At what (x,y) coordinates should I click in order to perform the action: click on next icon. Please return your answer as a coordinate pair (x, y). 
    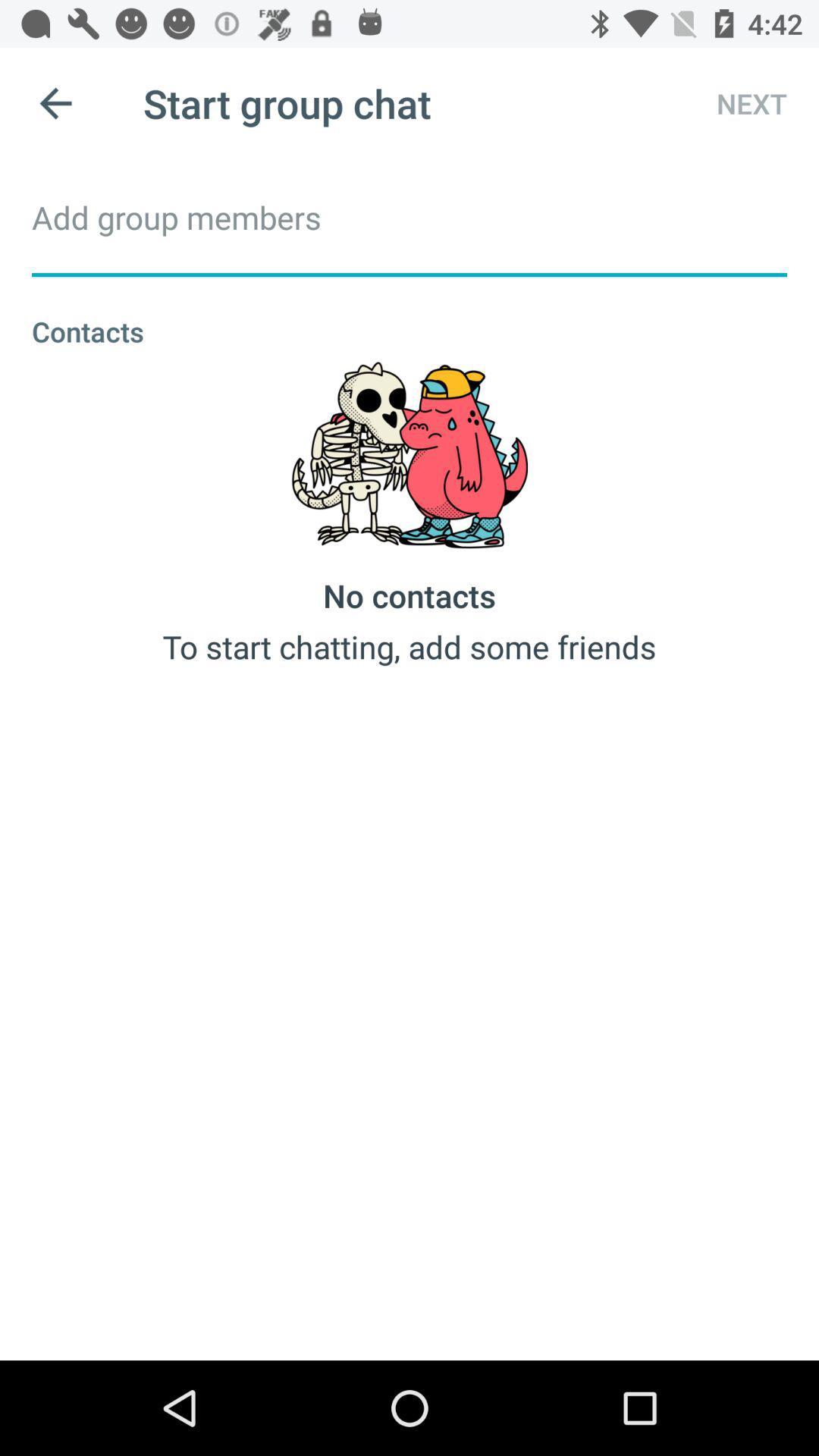
    Looking at the image, I should click on (737, 102).